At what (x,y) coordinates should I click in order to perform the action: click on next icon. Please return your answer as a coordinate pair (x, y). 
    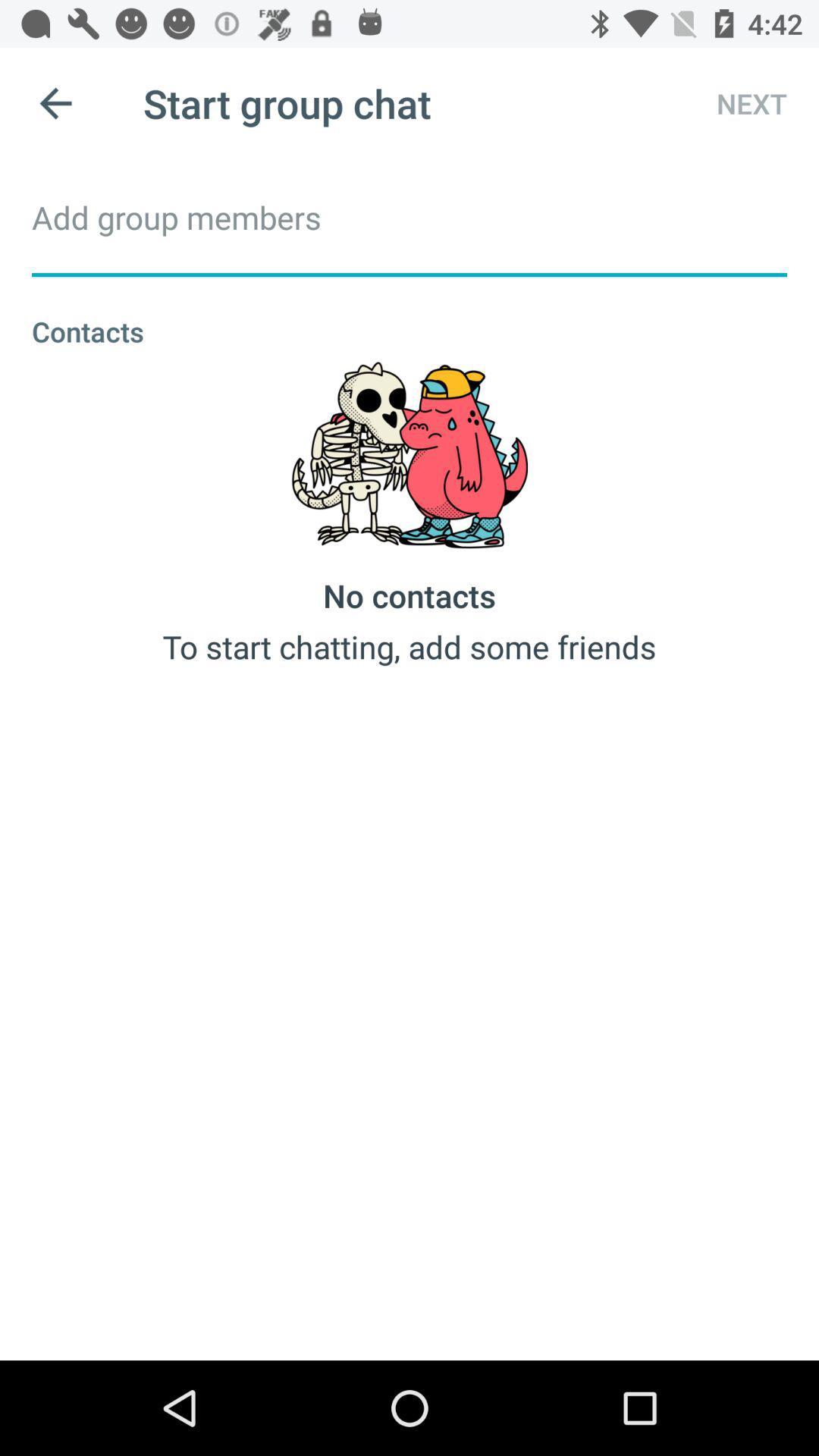
    Looking at the image, I should click on (737, 102).